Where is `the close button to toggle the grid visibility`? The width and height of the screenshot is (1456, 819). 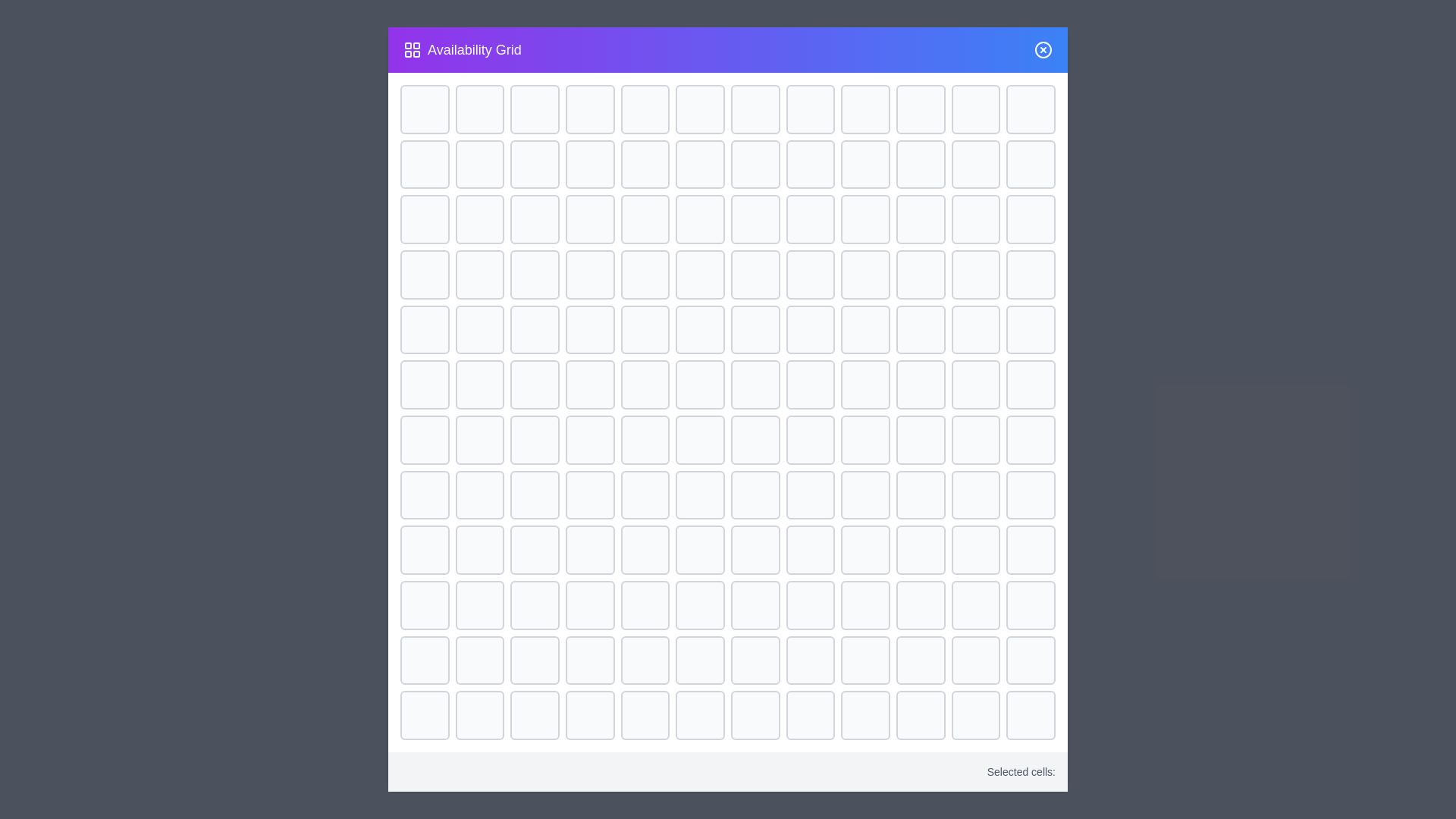 the close button to toggle the grid visibility is located at coordinates (1043, 49).